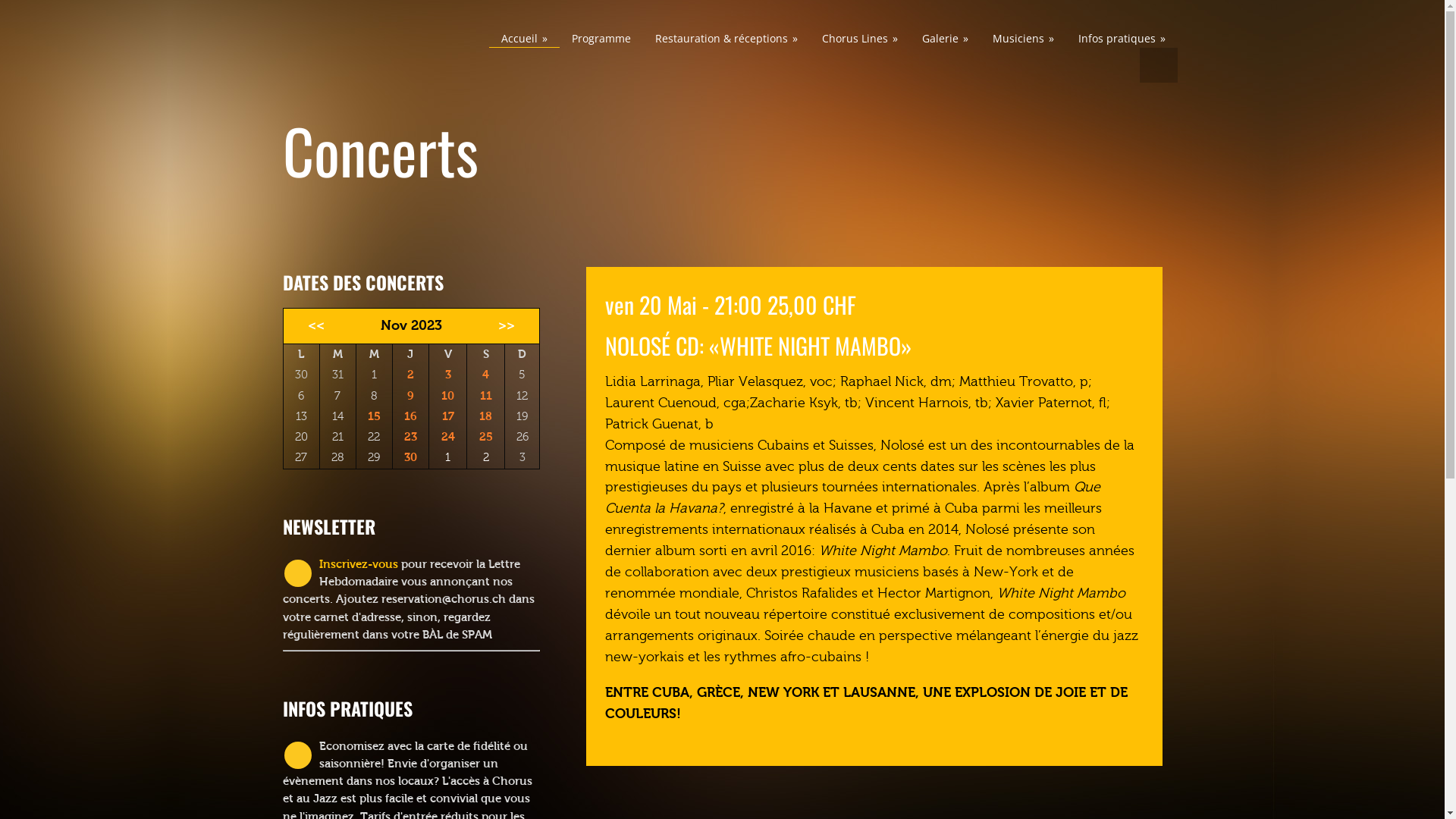  I want to click on '<<', so click(311, 325).